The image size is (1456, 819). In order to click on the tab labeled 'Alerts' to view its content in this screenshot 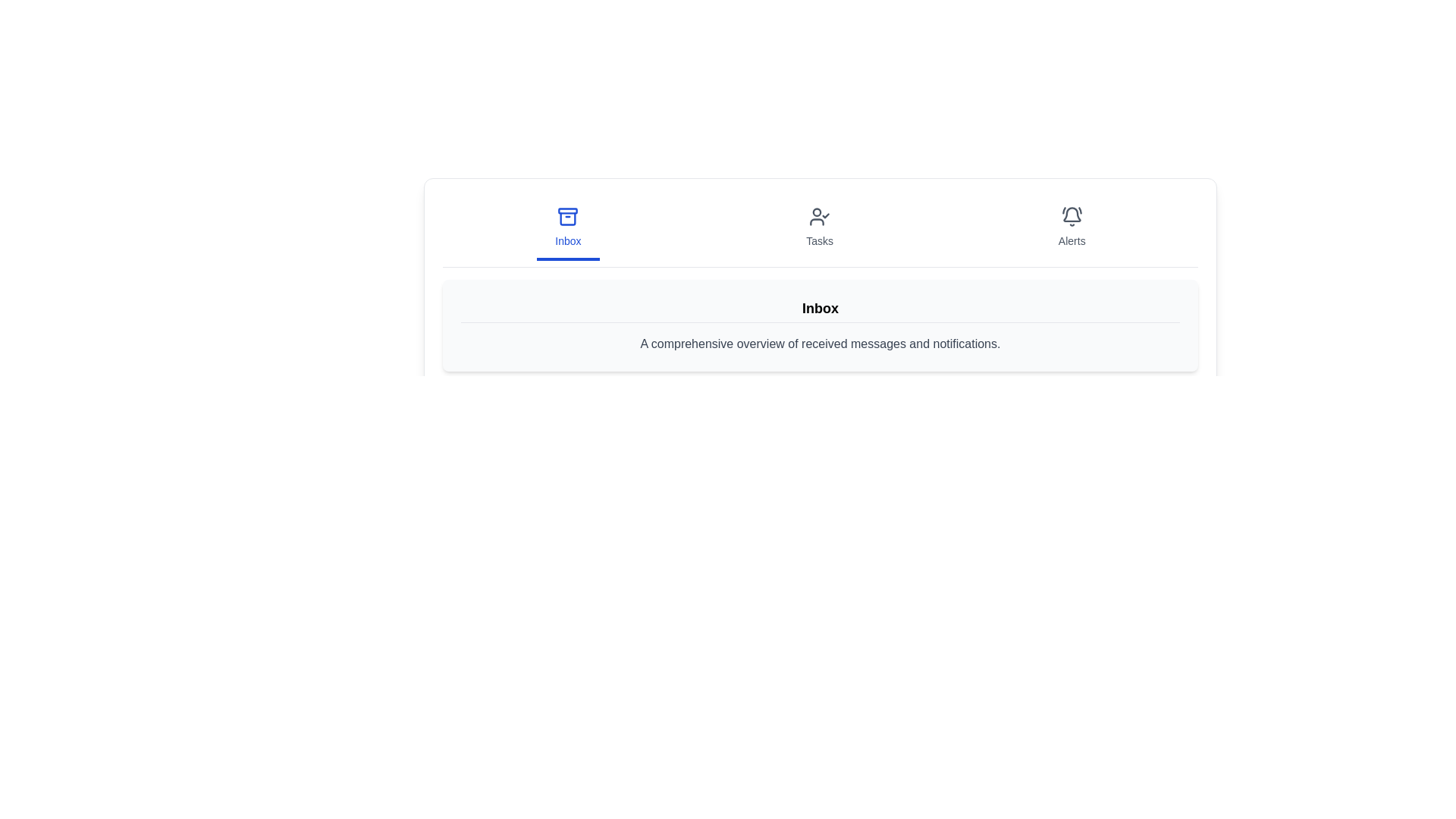, I will do `click(1071, 228)`.